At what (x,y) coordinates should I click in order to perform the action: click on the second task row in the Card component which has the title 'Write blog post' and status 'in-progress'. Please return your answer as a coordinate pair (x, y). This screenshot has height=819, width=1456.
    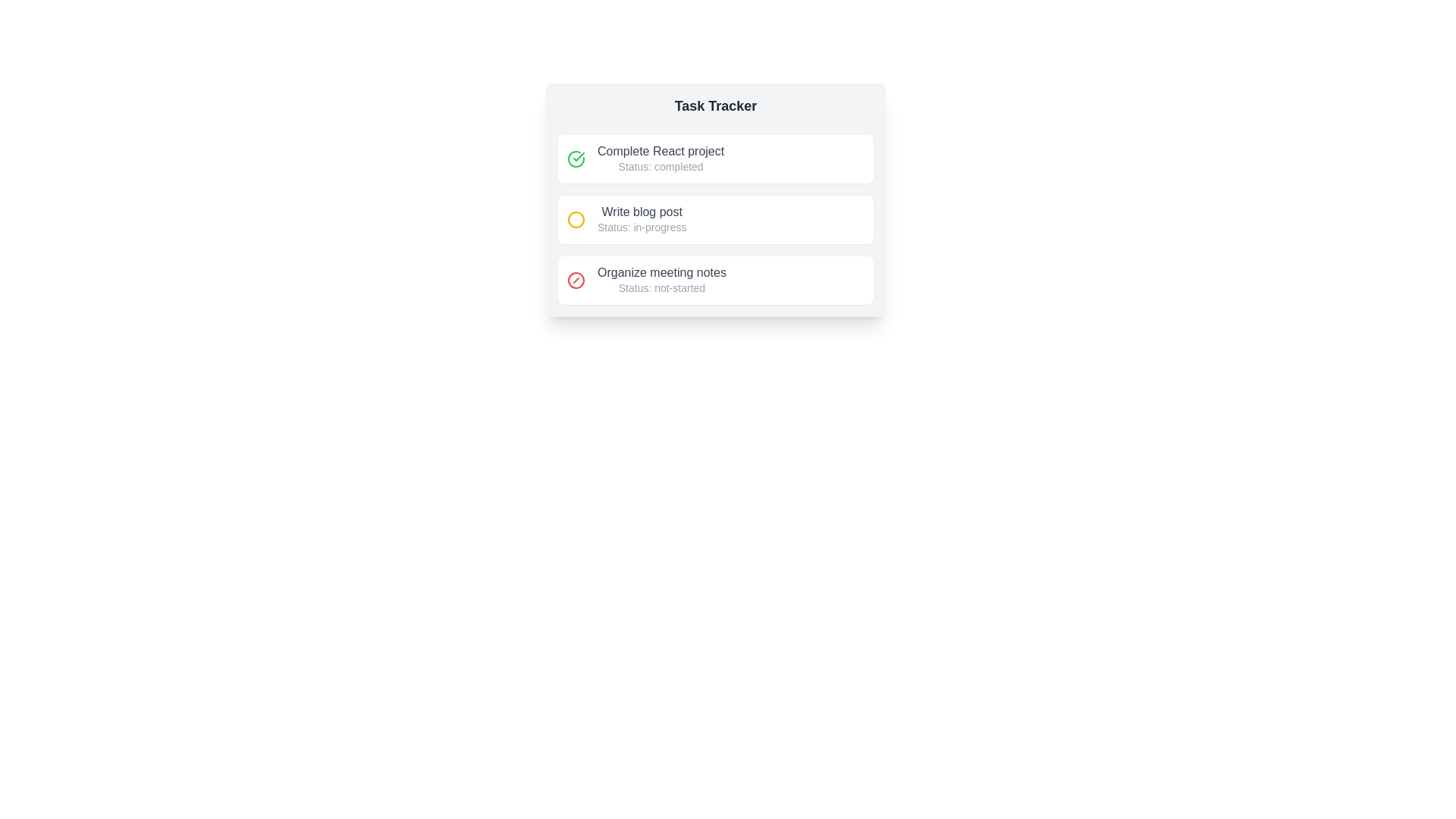
    Looking at the image, I should click on (715, 199).